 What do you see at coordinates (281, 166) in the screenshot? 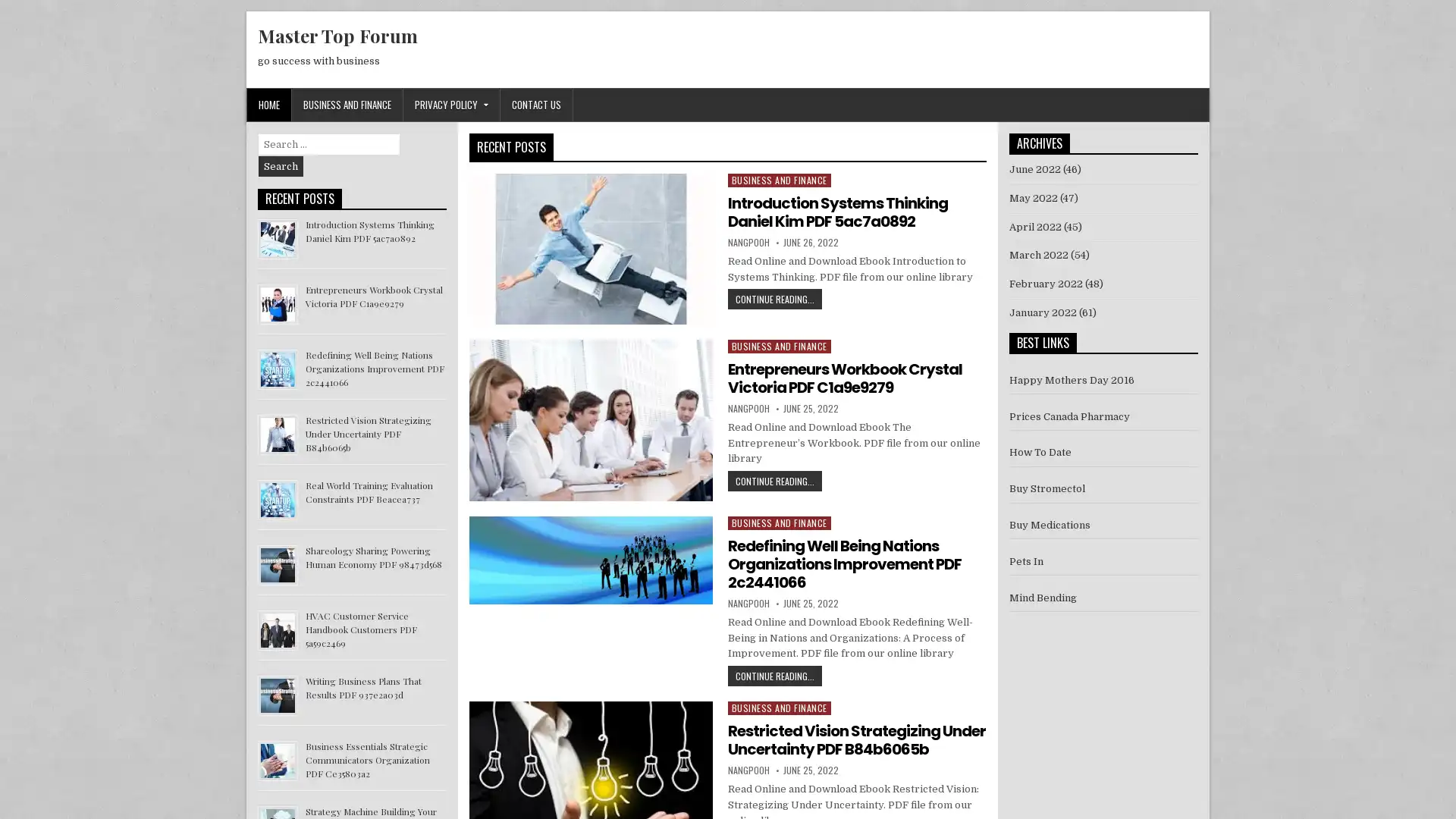
I see `Search` at bounding box center [281, 166].